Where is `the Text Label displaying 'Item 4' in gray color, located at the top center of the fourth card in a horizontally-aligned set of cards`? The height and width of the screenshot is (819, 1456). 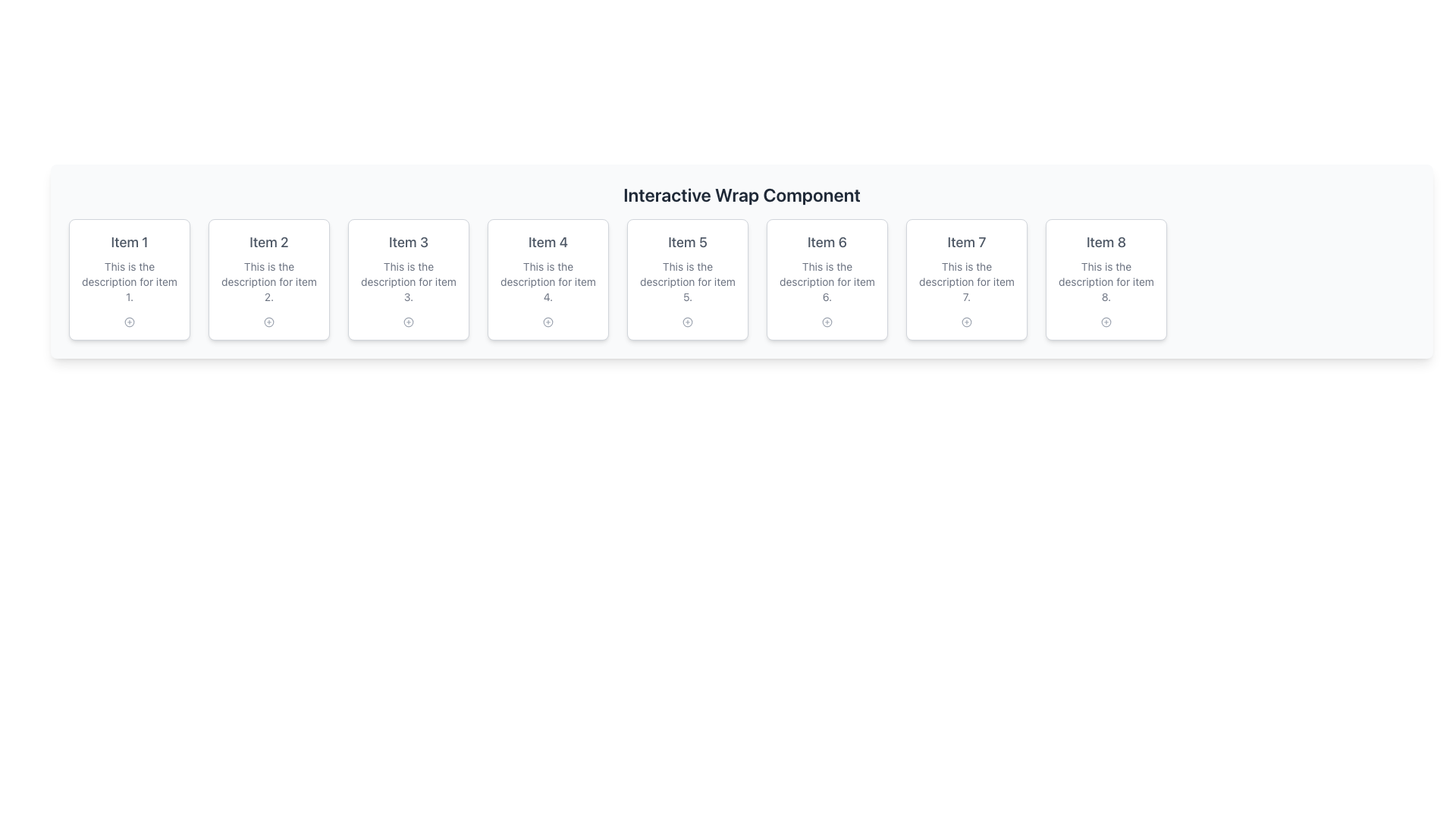
the Text Label displaying 'Item 4' in gray color, located at the top center of the fourth card in a horizontally-aligned set of cards is located at coordinates (548, 242).